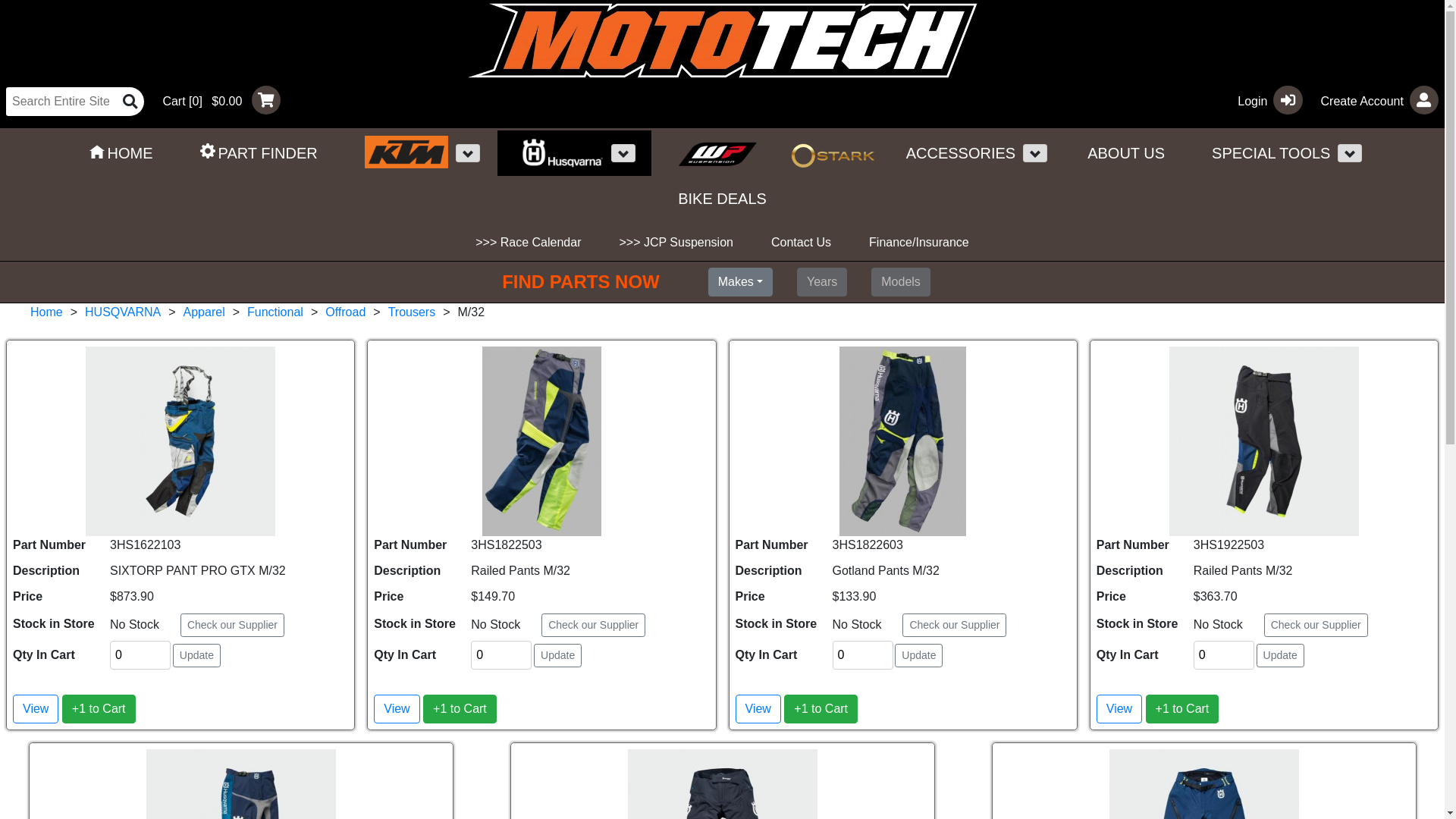 This screenshot has width=1456, height=819. Describe the element at coordinates (214, 99) in the screenshot. I see `'Cart 0 0.00'` at that location.